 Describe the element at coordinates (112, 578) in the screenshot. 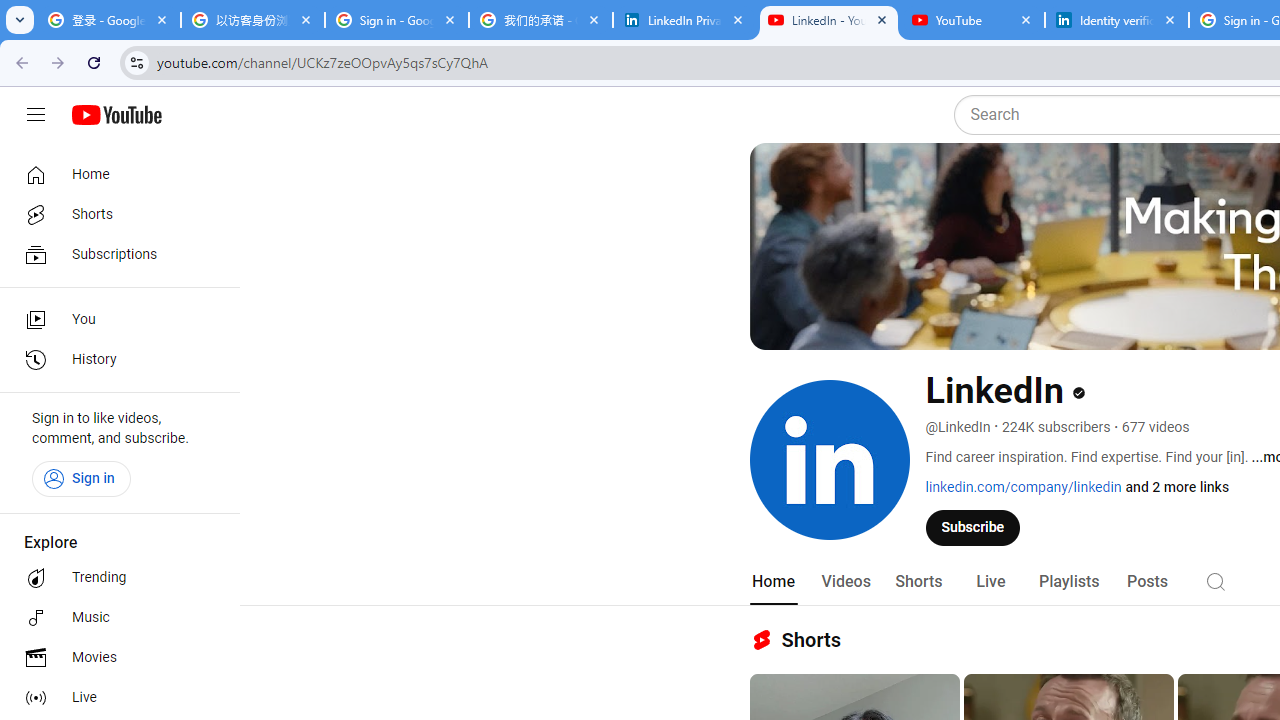

I see `'Trending'` at that location.